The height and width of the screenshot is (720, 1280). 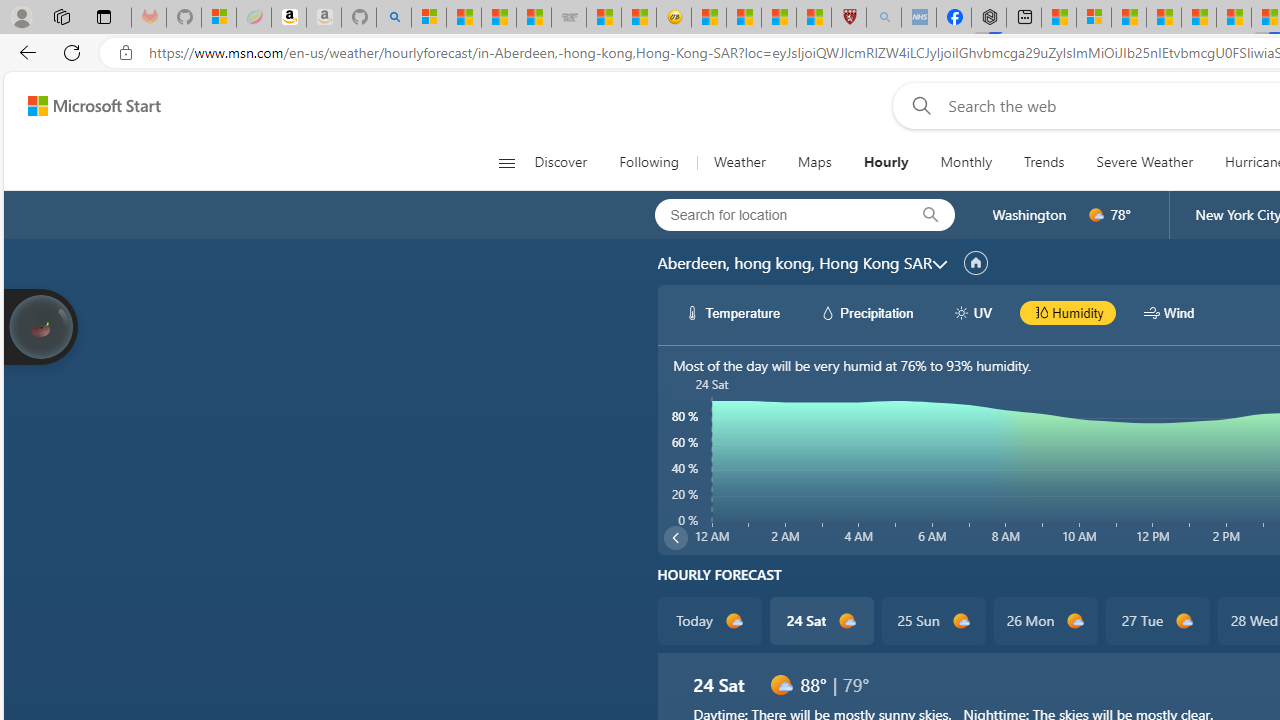 What do you see at coordinates (972, 312) in the screenshot?
I see `'hourlyChart/uvWhite UV'` at bounding box center [972, 312].